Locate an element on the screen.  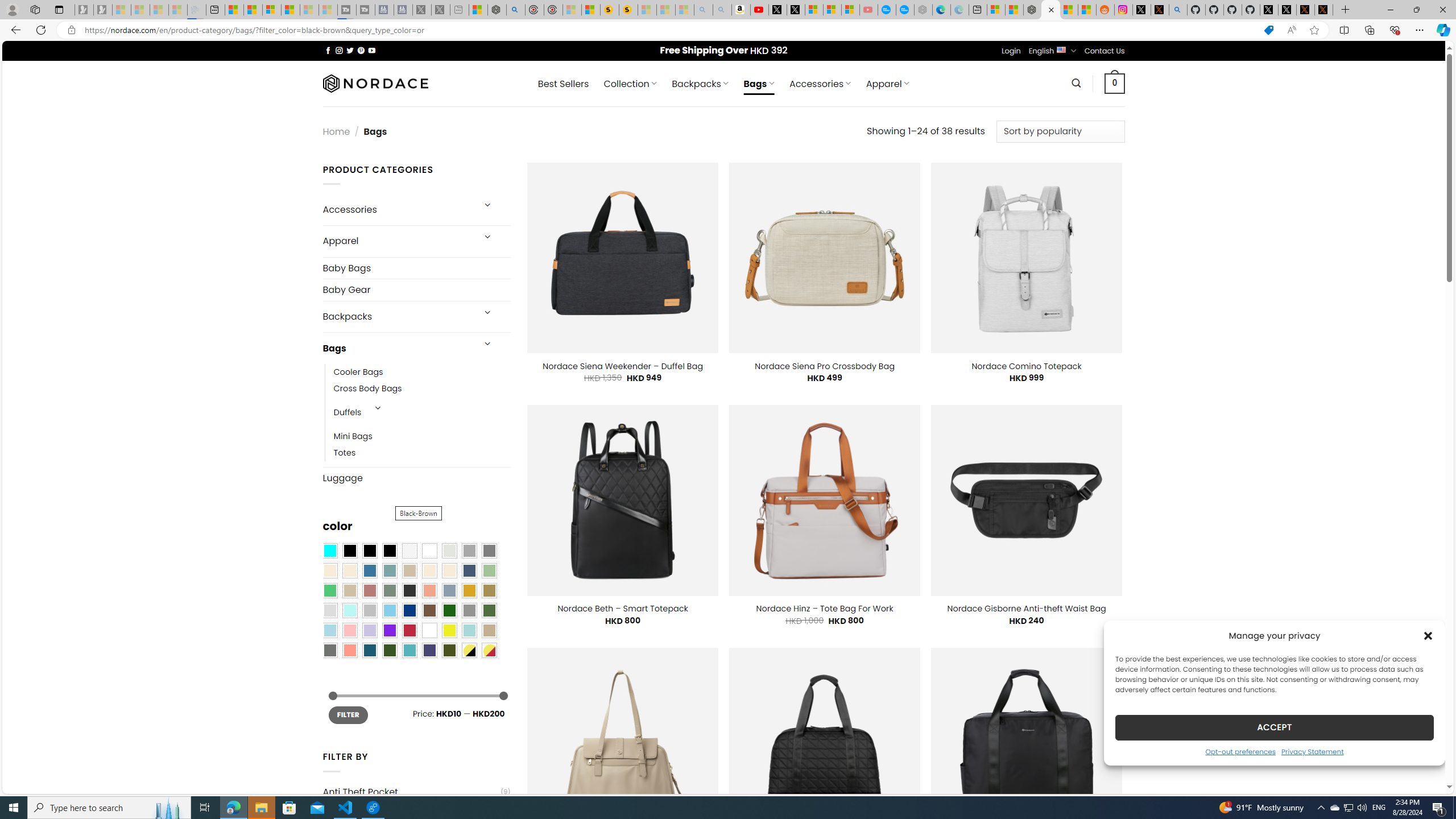
'Follow on Twitter' is located at coordinates (350, 50).